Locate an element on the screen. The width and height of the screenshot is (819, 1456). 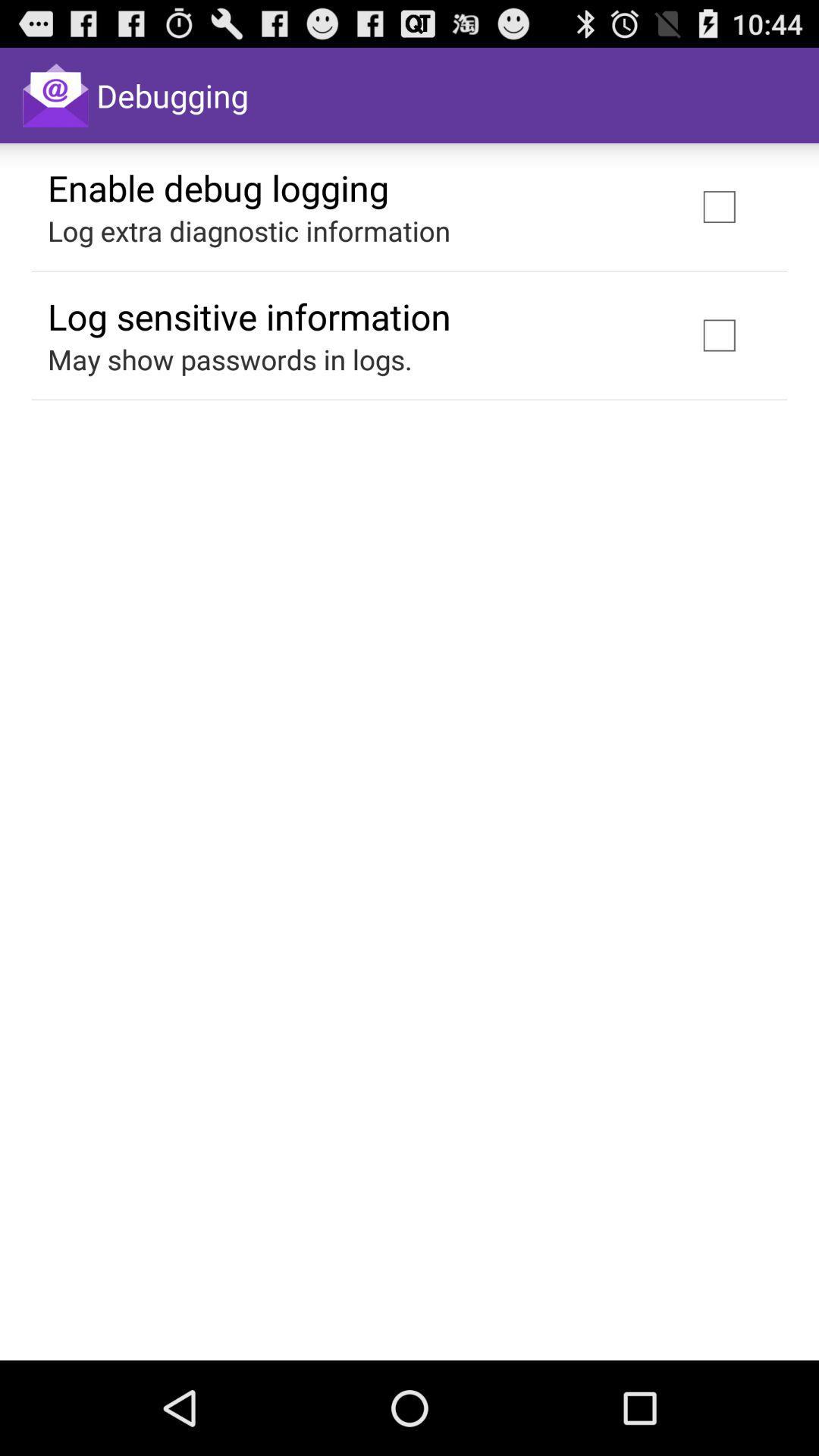
item above log extra diagnostic item is located at coordinates (218, 187).